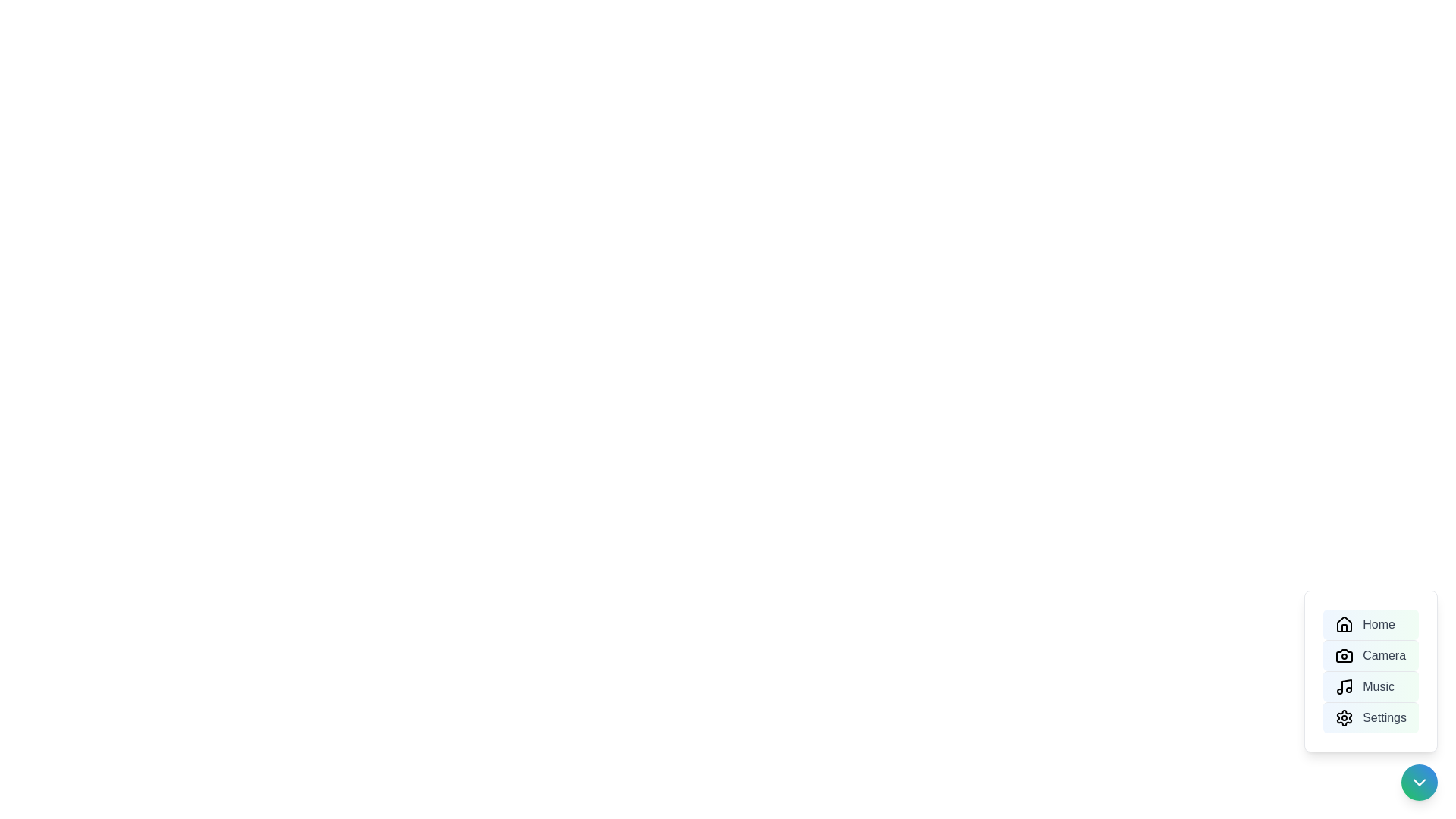 Image resolution: width=1456 pixels, height=819 pixels. What do you see at coordinates (1371, 717) in the screenshot?
I see `the menu option labeled Settings to trigger its action` at bounding box center [1371, 717].